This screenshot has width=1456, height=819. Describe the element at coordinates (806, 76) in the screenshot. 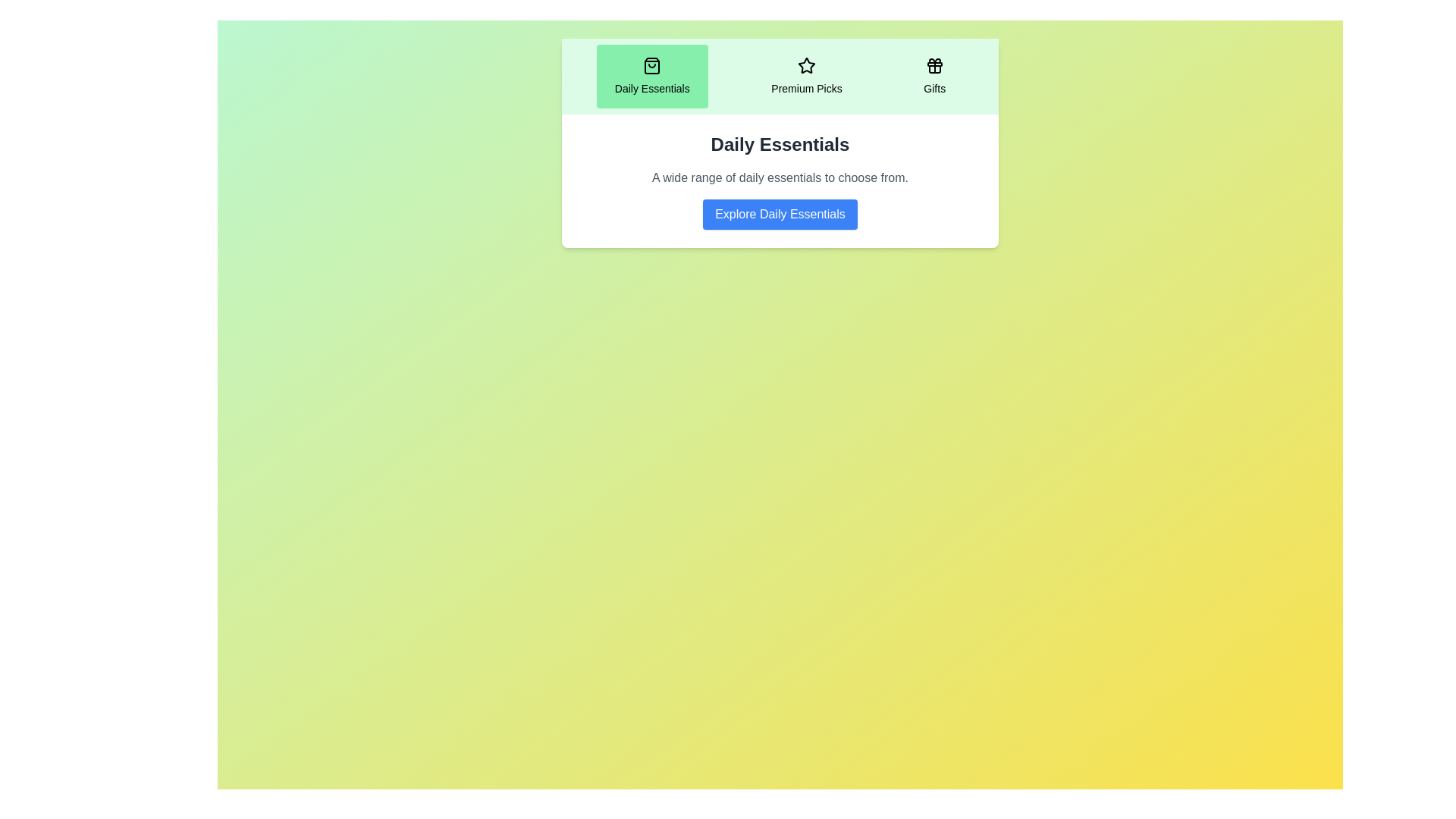

I see `the tab labeled Premium Picks` at that location.